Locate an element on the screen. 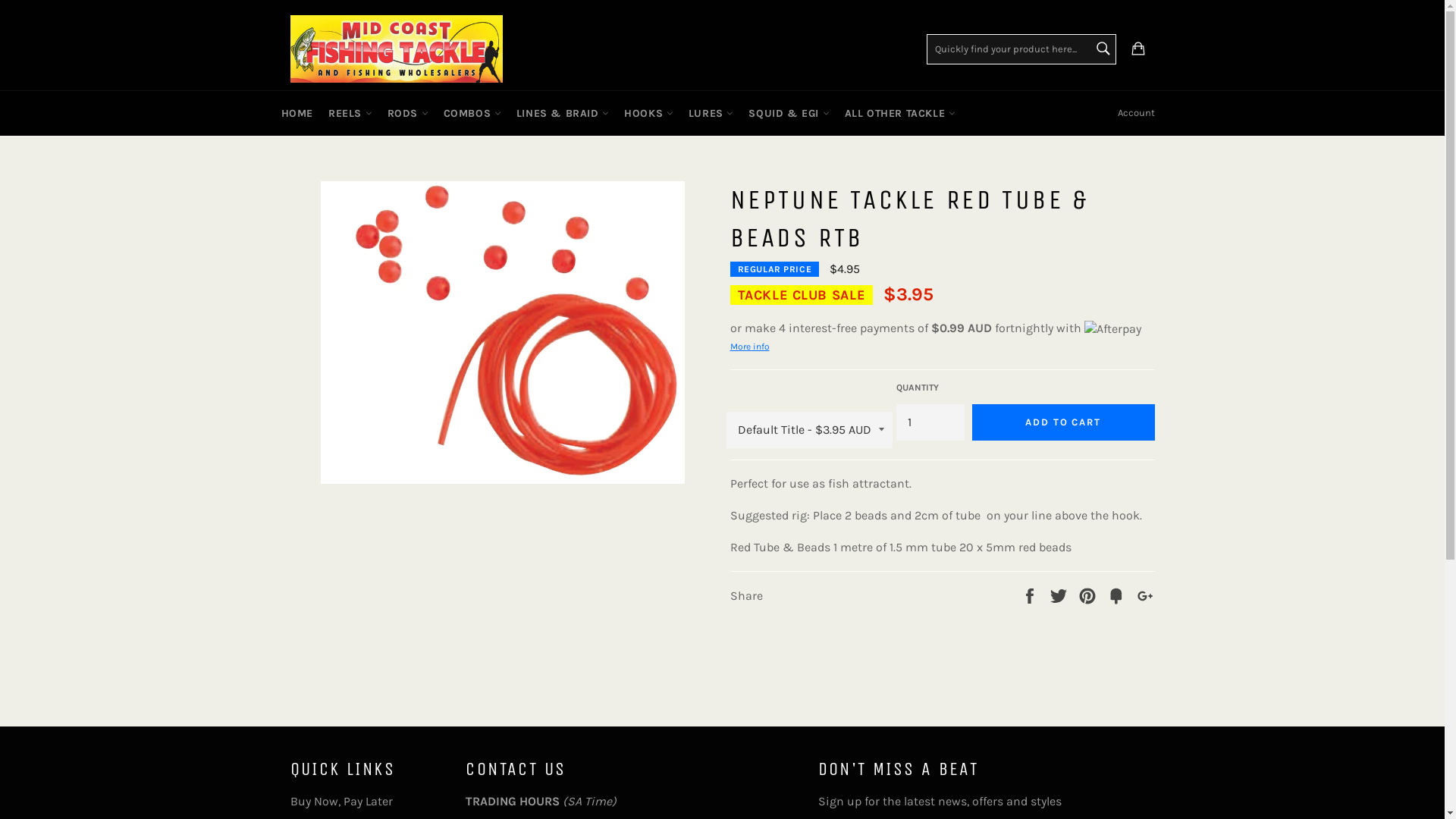 This screenshot has height=819, width=1456. '+1' is located at coordinates (1145, 594).